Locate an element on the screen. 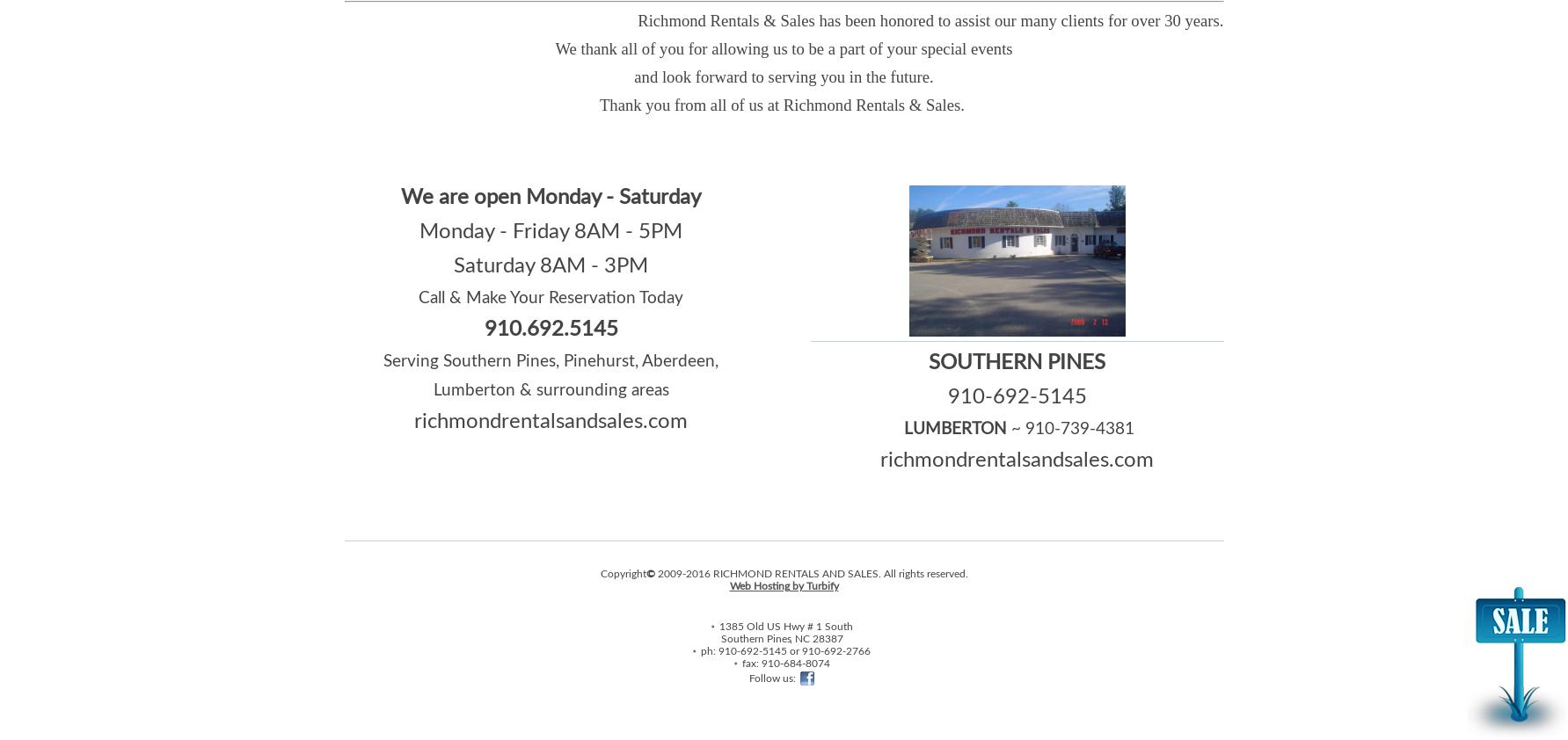 This screenshot has height=740, width=1568. 'Lumberton' is located at coordinates (474, 388).